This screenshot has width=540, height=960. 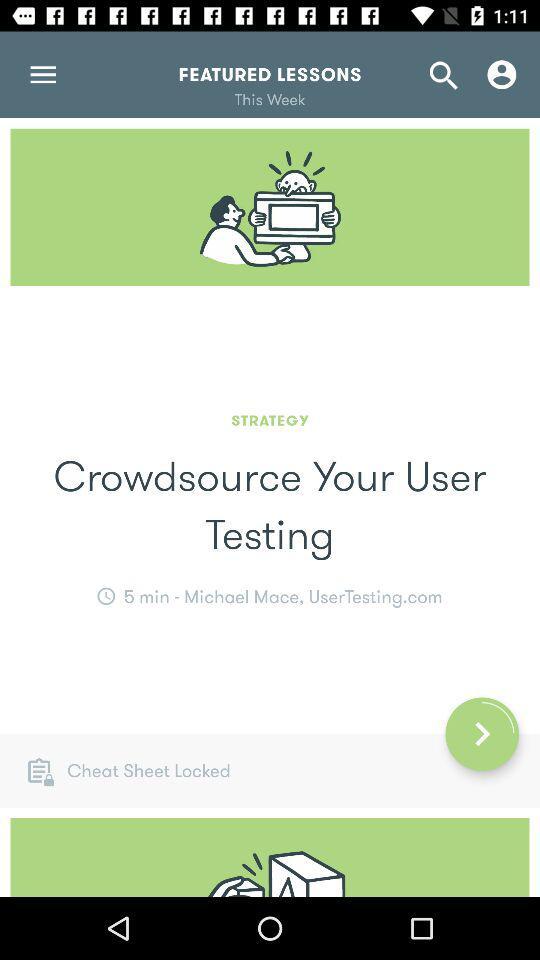 I want to click on the menu icon, so click(x=43, y=74).